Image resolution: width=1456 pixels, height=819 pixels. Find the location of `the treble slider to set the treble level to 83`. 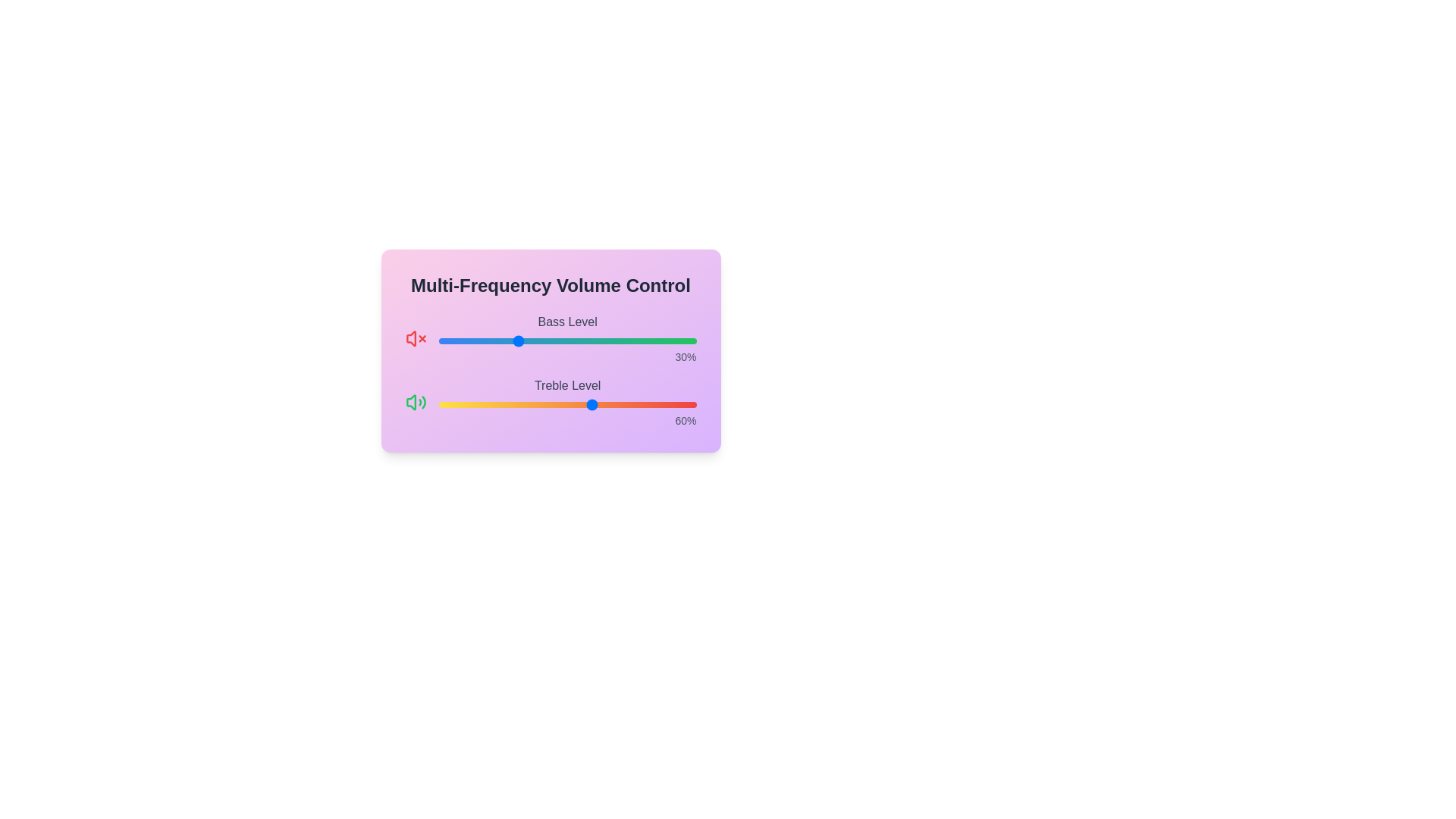

the treble slider to set the treble level to 83 is located at coordinates (652, 403).